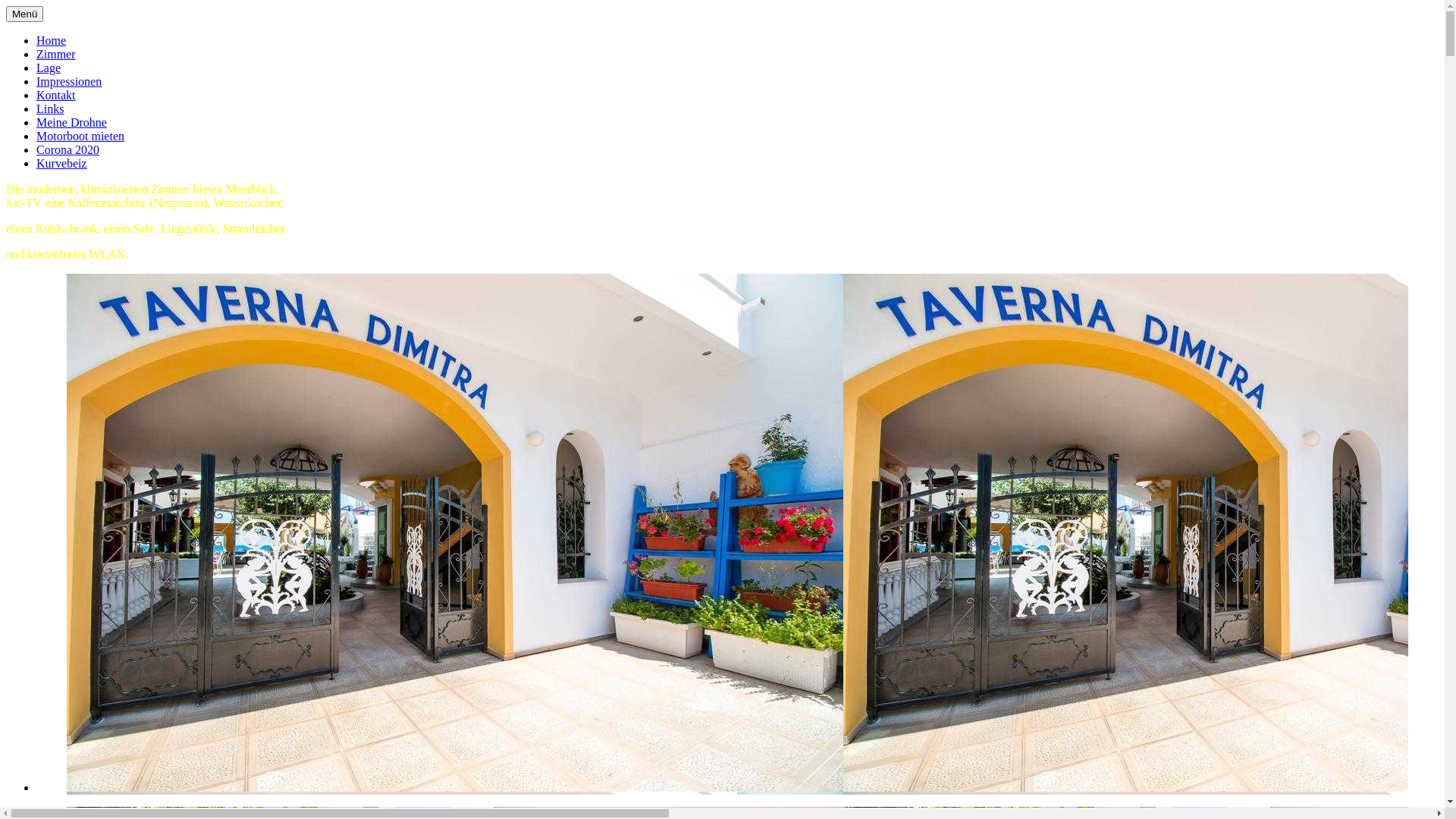  What do you see at coordinates (51, 39) in the screenshot?
I see `'Home'` at bounding box center [51, 39].